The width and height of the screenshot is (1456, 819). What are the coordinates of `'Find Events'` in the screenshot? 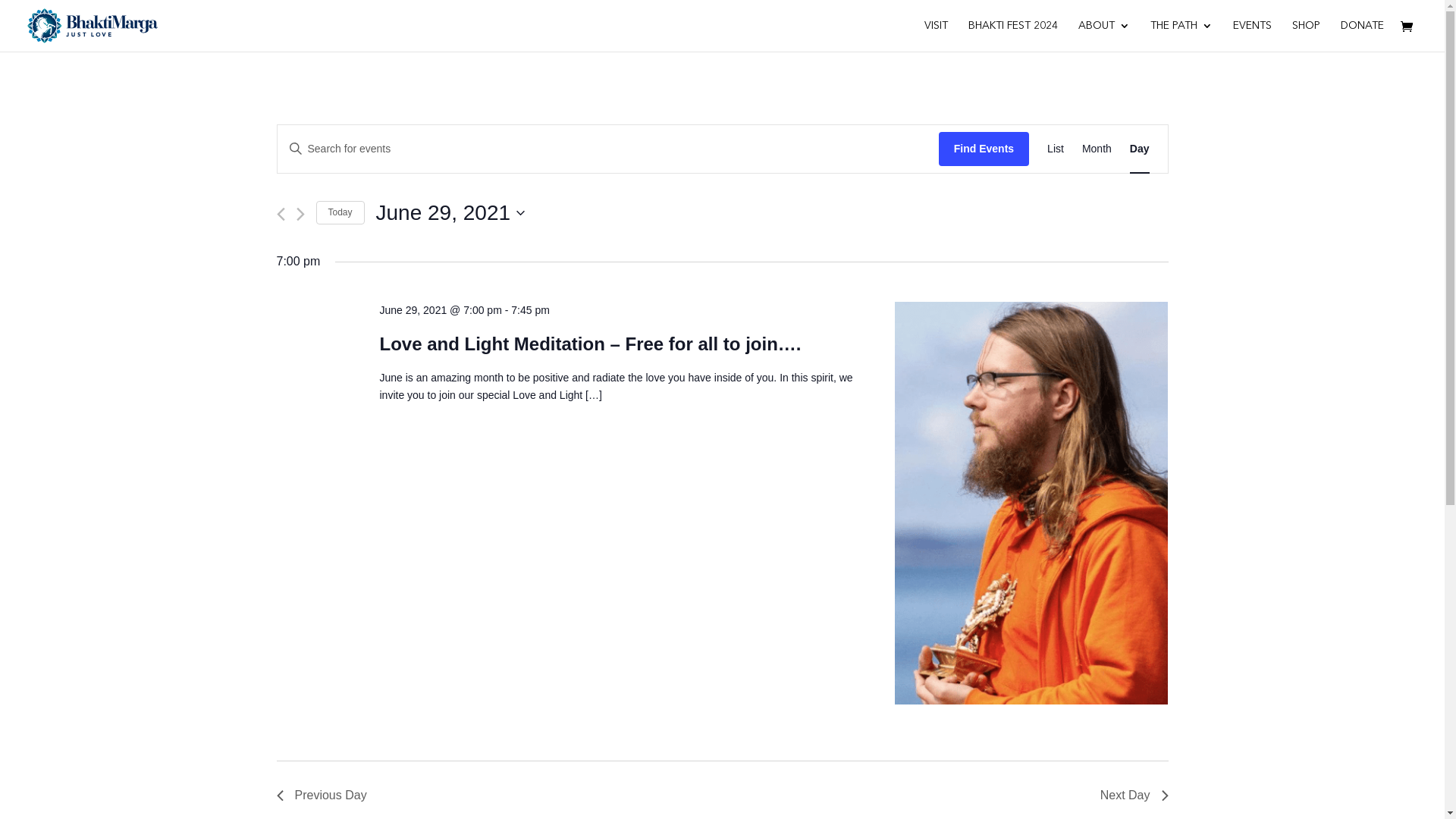 It's located at (984, 149).